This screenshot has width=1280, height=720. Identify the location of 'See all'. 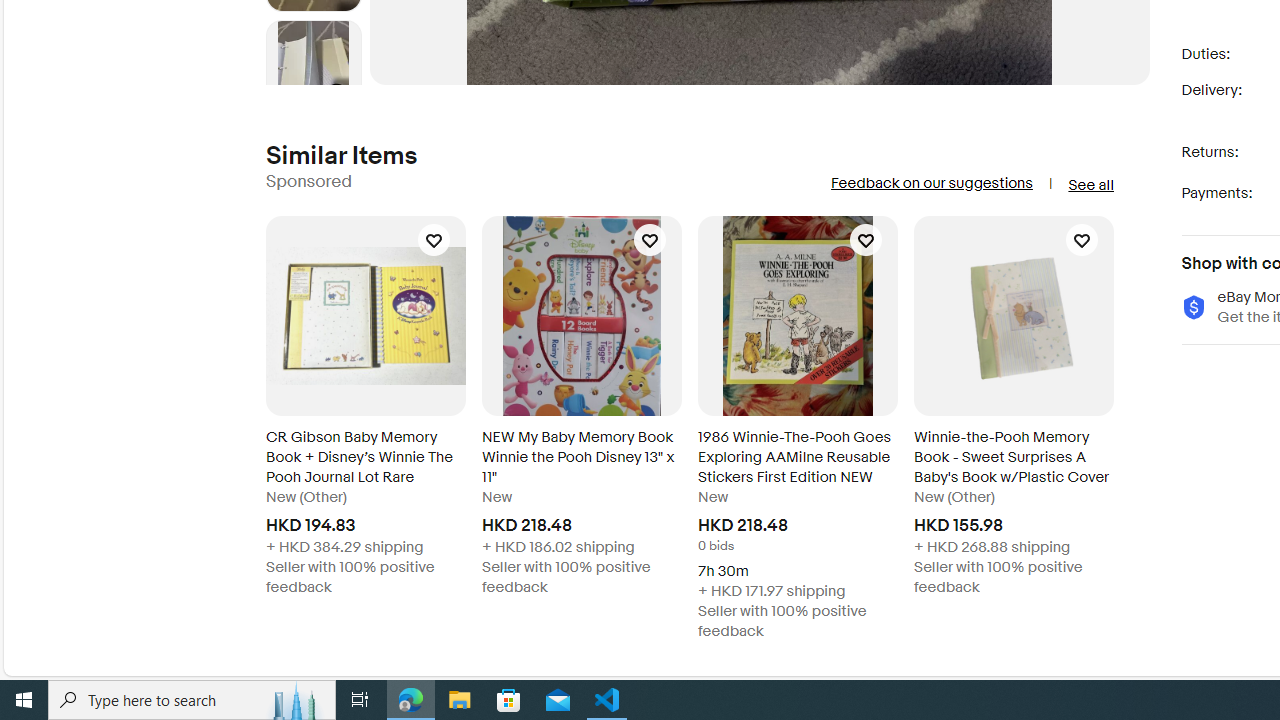
(1089, 185).